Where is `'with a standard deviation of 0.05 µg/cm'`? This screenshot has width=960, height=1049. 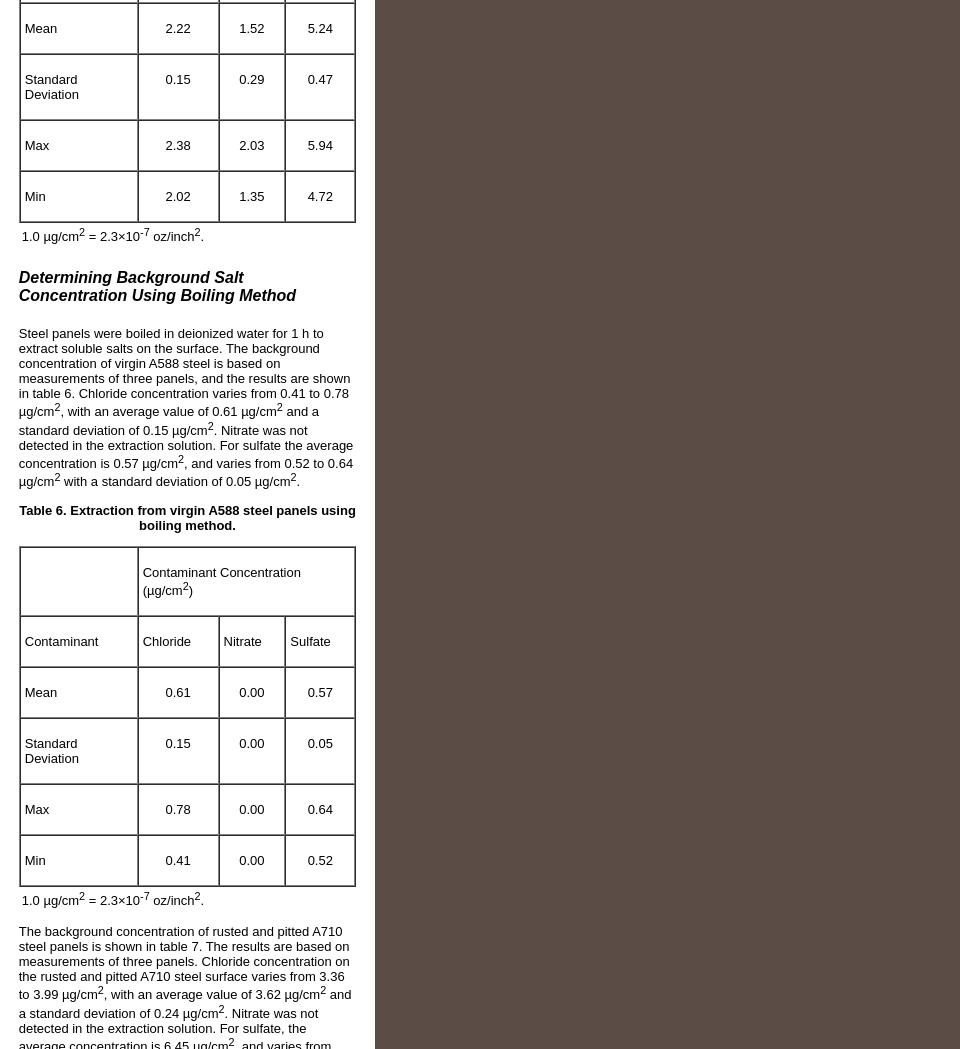
'with a standard deviation of 0.05 µg/cm' is located at coordinates (174, 481).